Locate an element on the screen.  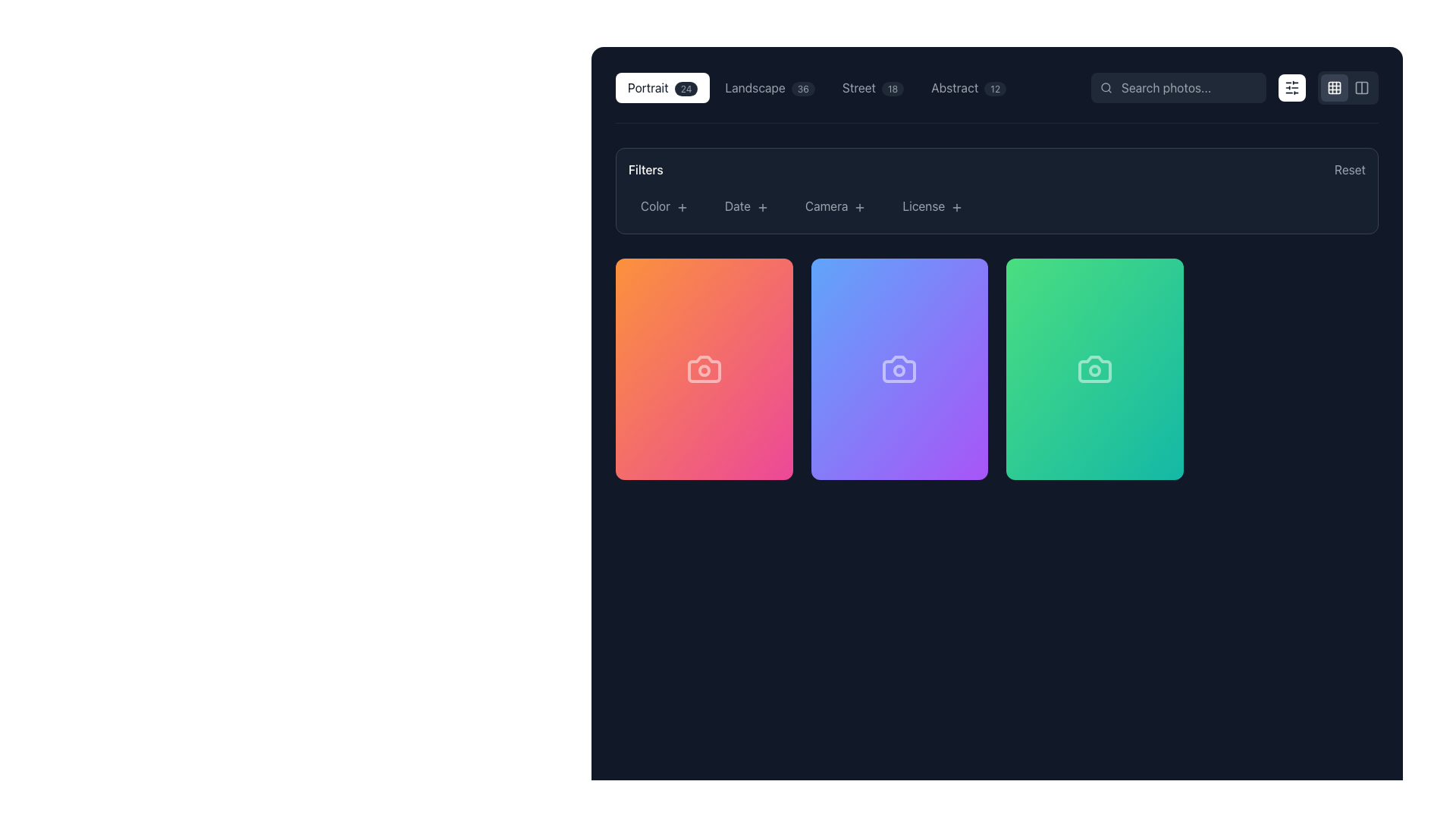
the Control Panel located at the upper region of the purple card to explore additional options, if available is located at coordinates (899, 283).